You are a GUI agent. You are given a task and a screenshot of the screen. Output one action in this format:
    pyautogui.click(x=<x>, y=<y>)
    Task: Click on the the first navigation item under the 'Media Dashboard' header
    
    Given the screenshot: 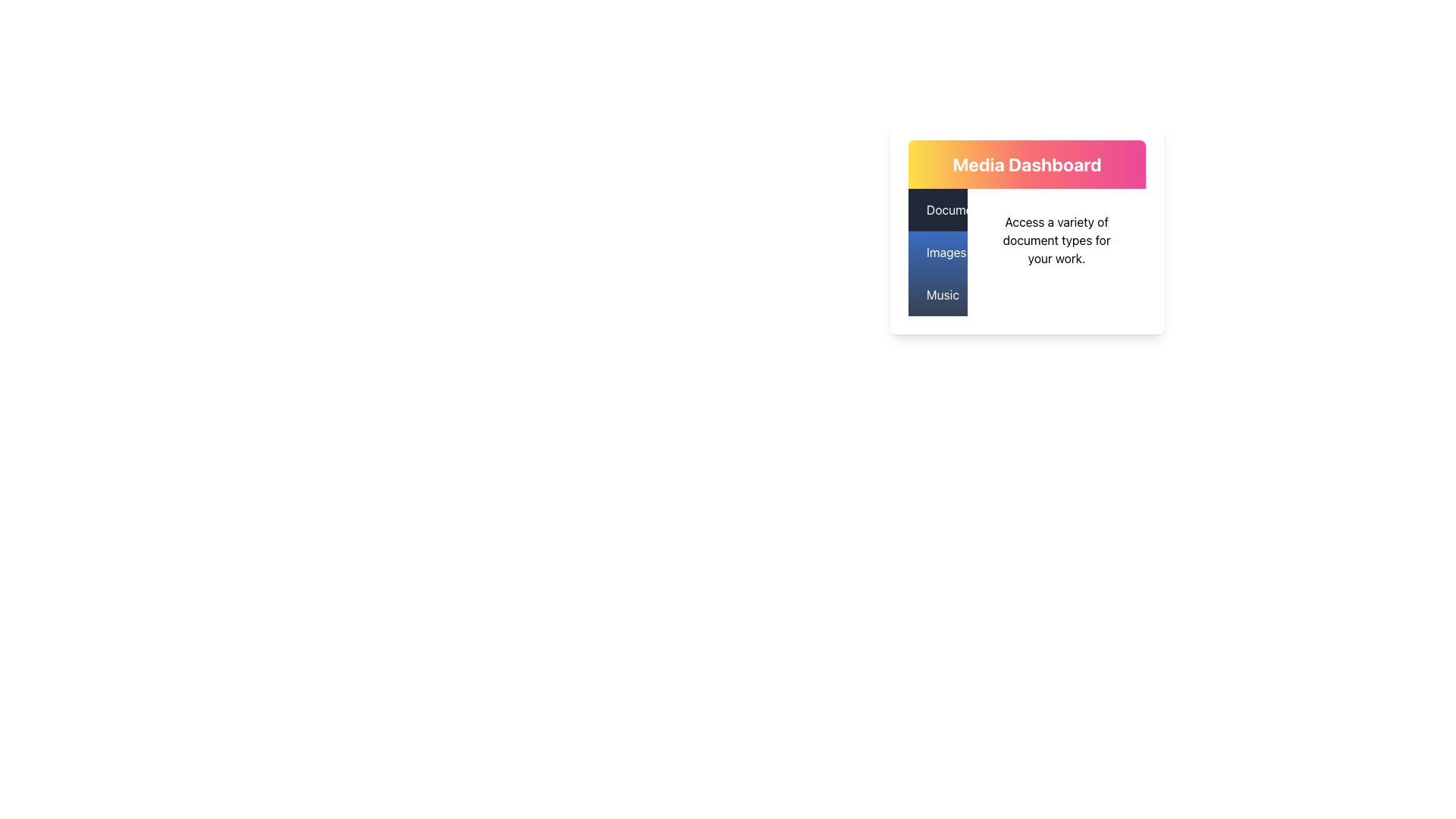 What is the action you would take?
    pyautogui.click(x=937, y=210)
    